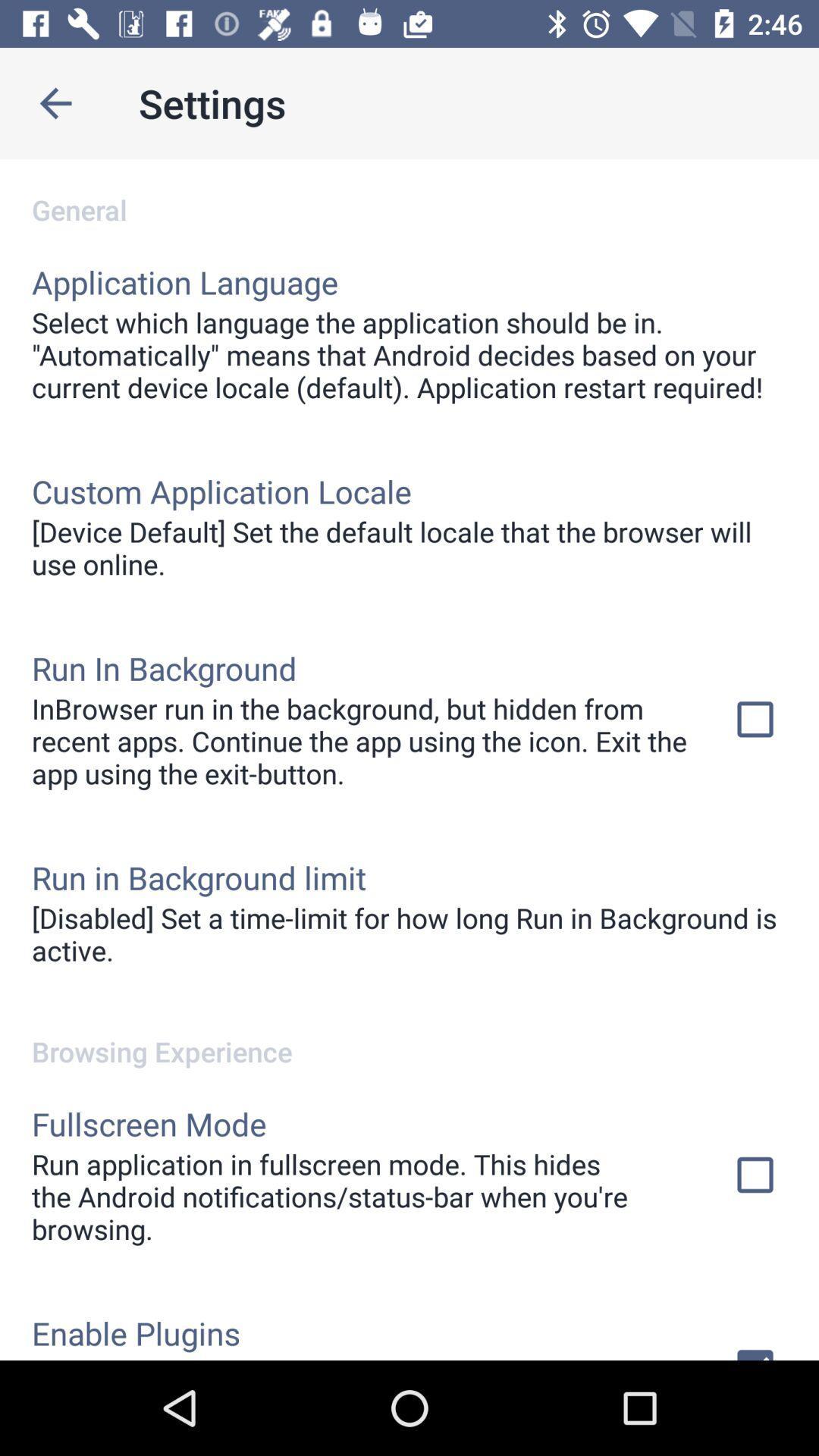 The width and height of the screenshot is (819, 1456). Describe the element at coordinates (55, 102) in the screenshot. I see `icon to the left of   settings app` at that location.